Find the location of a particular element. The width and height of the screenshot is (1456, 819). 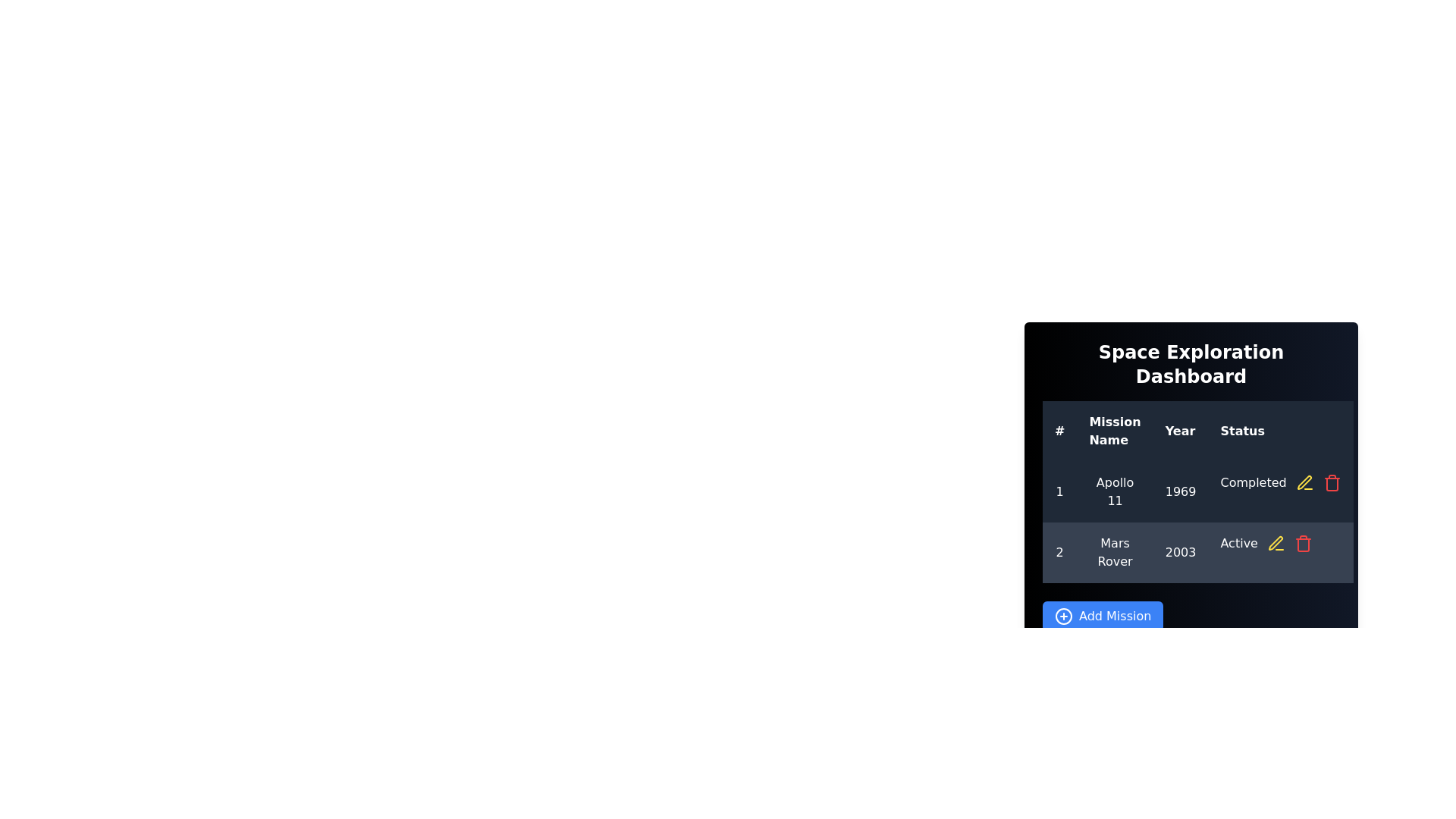

the clickable edit button located in the Status column of the first row of the table, which is adjacent to a red trash icon is located at coordinates (1304, 482).